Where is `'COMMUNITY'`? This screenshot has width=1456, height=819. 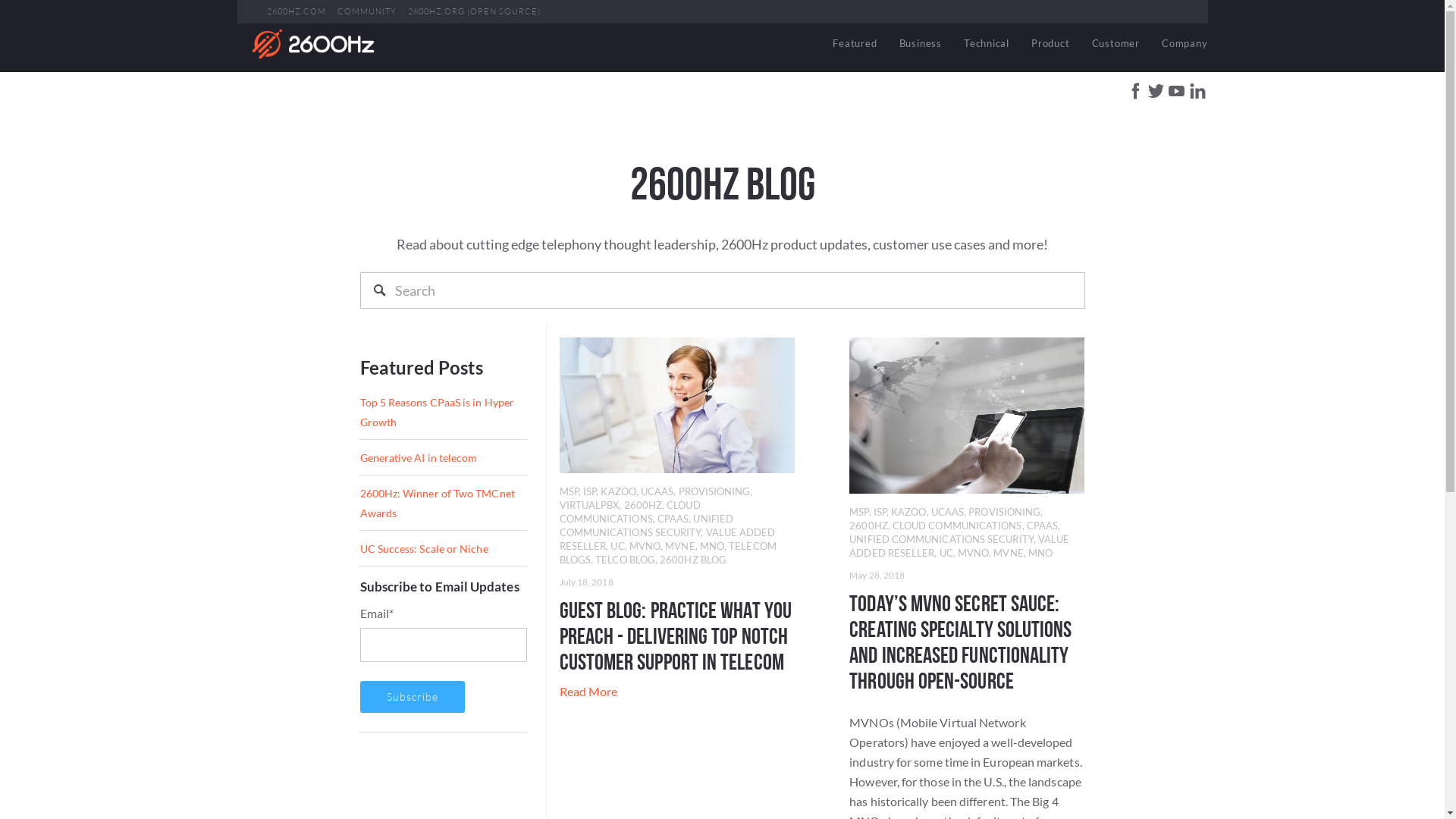 'COMMUNITY' is located at coordinates (366, 11).